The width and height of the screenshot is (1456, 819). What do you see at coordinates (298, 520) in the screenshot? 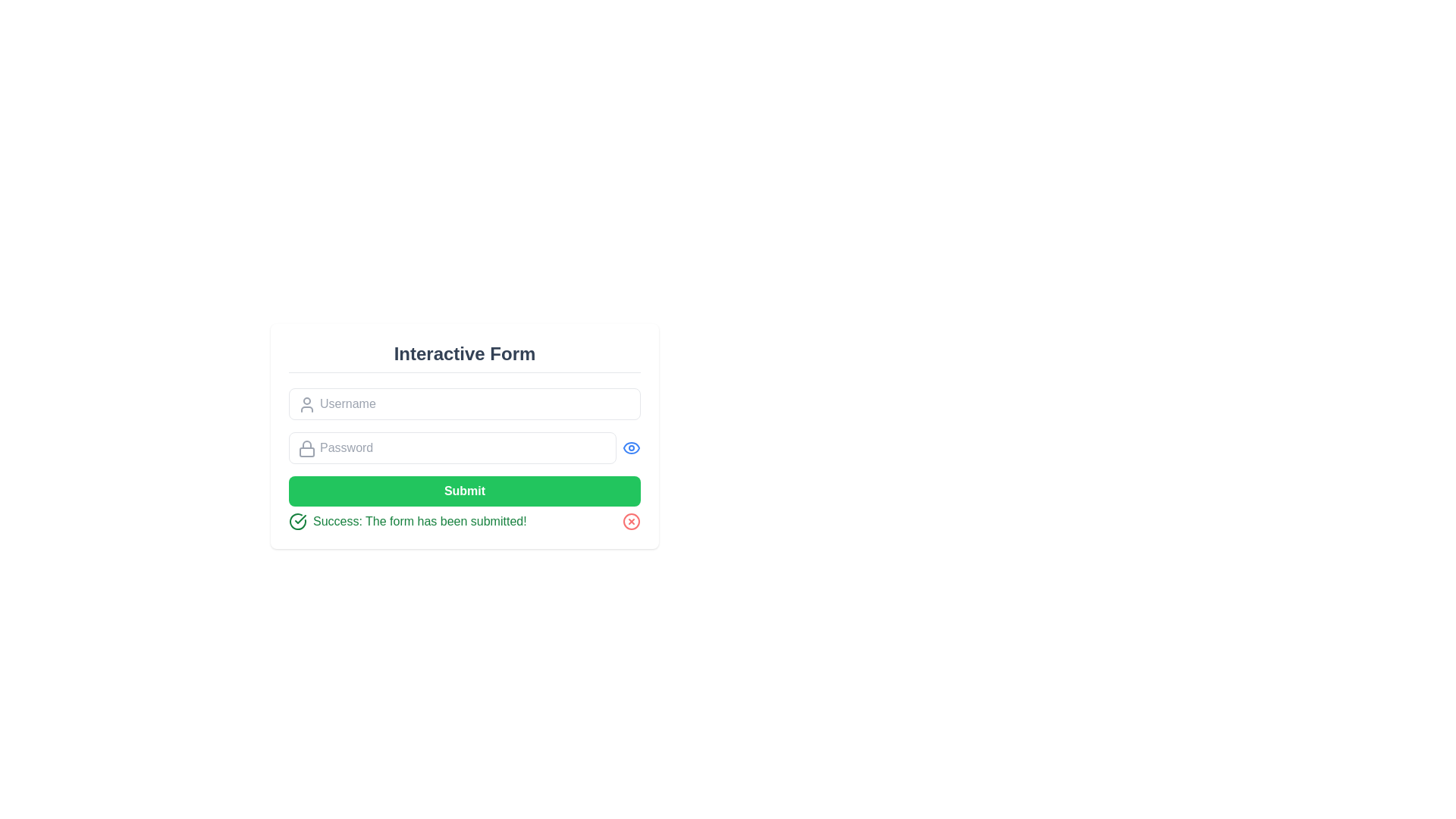
I see `the circular icon with a checkmark, styled with a green outline, which serves as a success indicator located to the left of the success message in the notification bar` at bounding box center [298, 520].